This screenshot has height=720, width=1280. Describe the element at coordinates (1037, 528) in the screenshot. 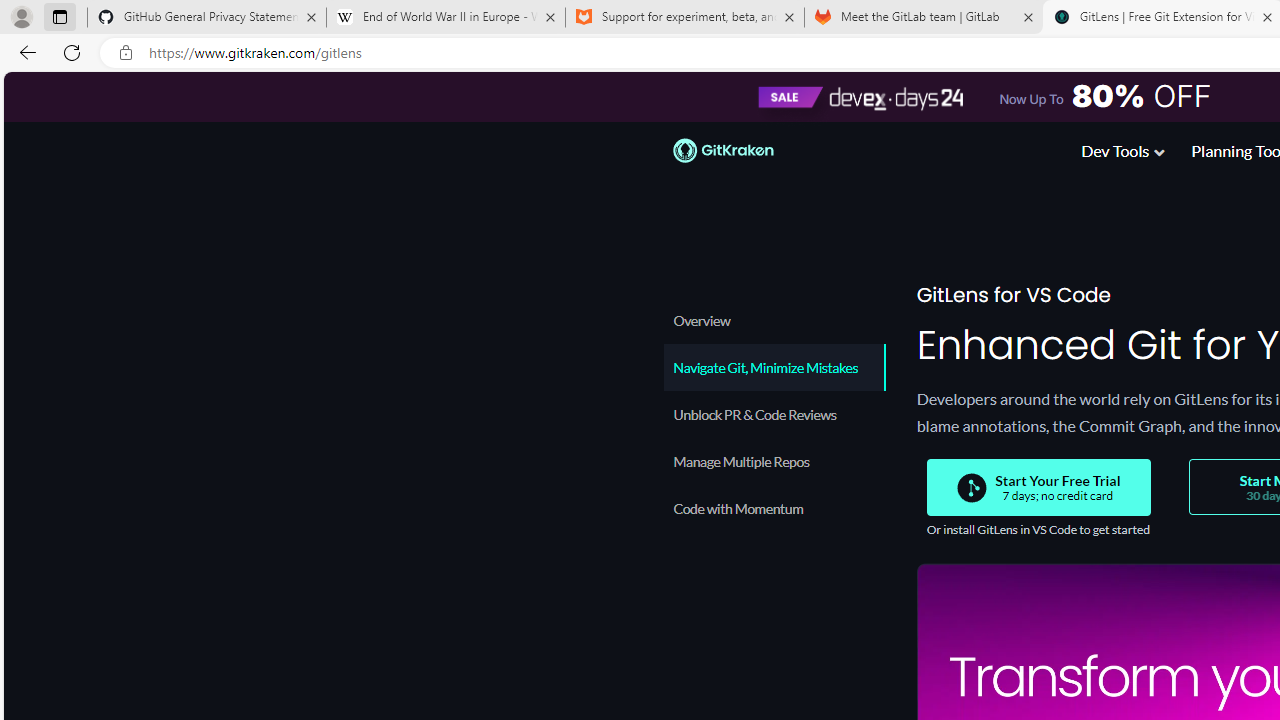

I see `'Or install GitLens in VS Code to get started'` at that location.